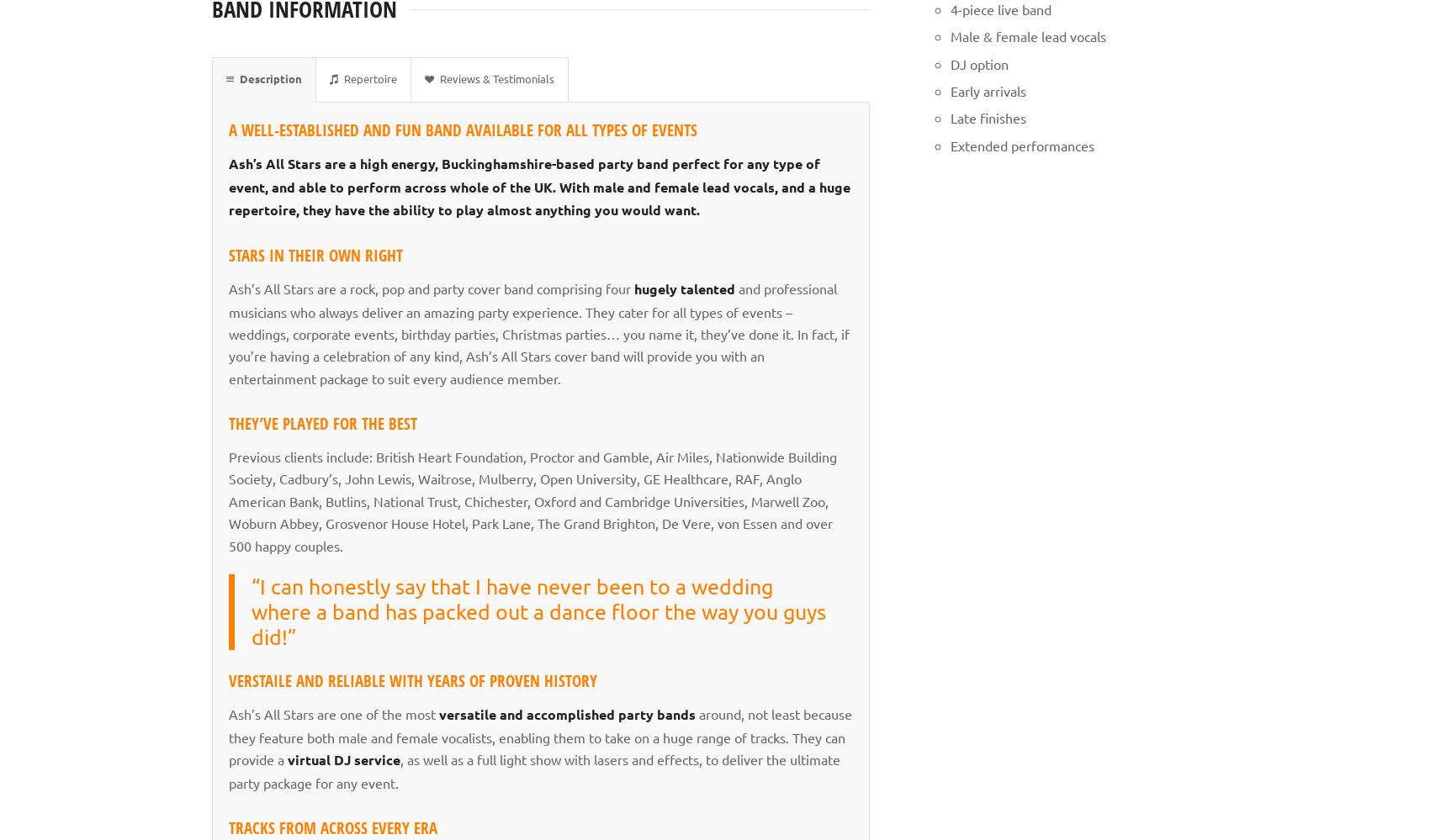 The image size is (1441, 840). What do you see at coordinates (539, 736) in the screenshot?
I see `'around, not least because they feature both male and female vocalists, enabling them to take on a huge range of tracks. They can provide a'` at bounding box center [539, 736].